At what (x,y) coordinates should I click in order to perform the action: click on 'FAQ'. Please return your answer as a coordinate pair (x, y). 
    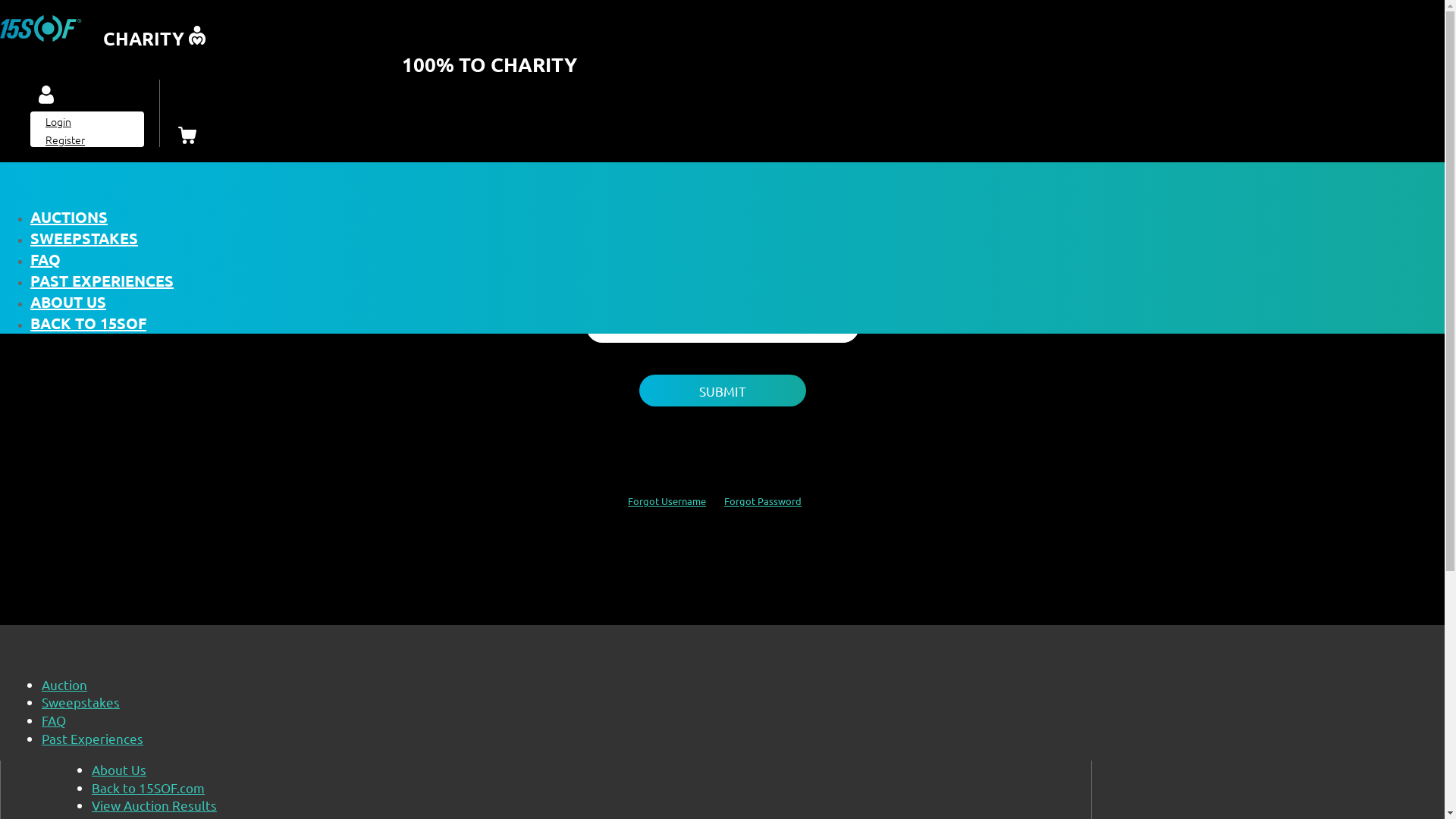
    Looking at the image, I should click on (45, 259).